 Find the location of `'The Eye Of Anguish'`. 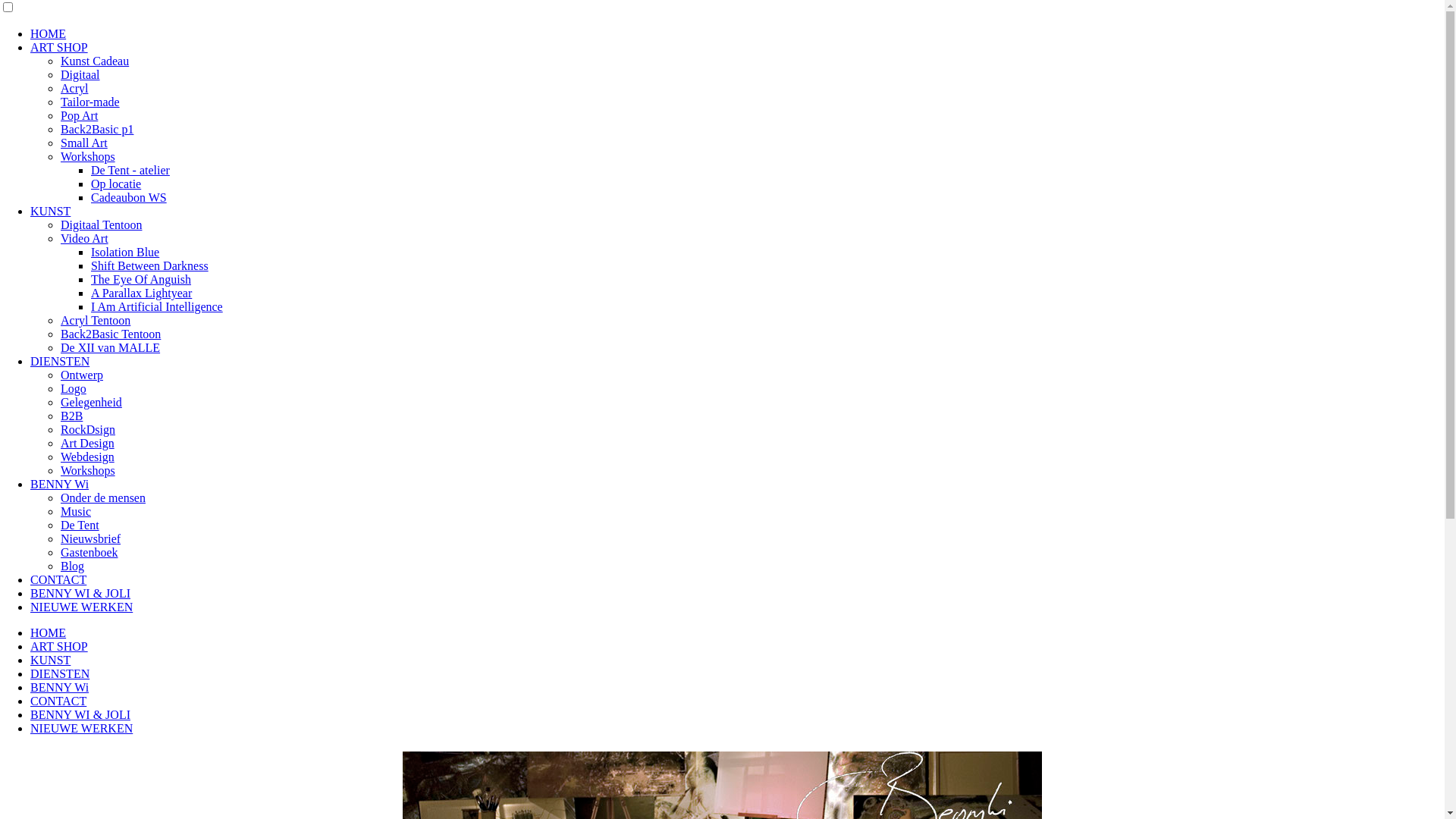

'The Eye Of Anguish' is located at coordinates (141, 279).